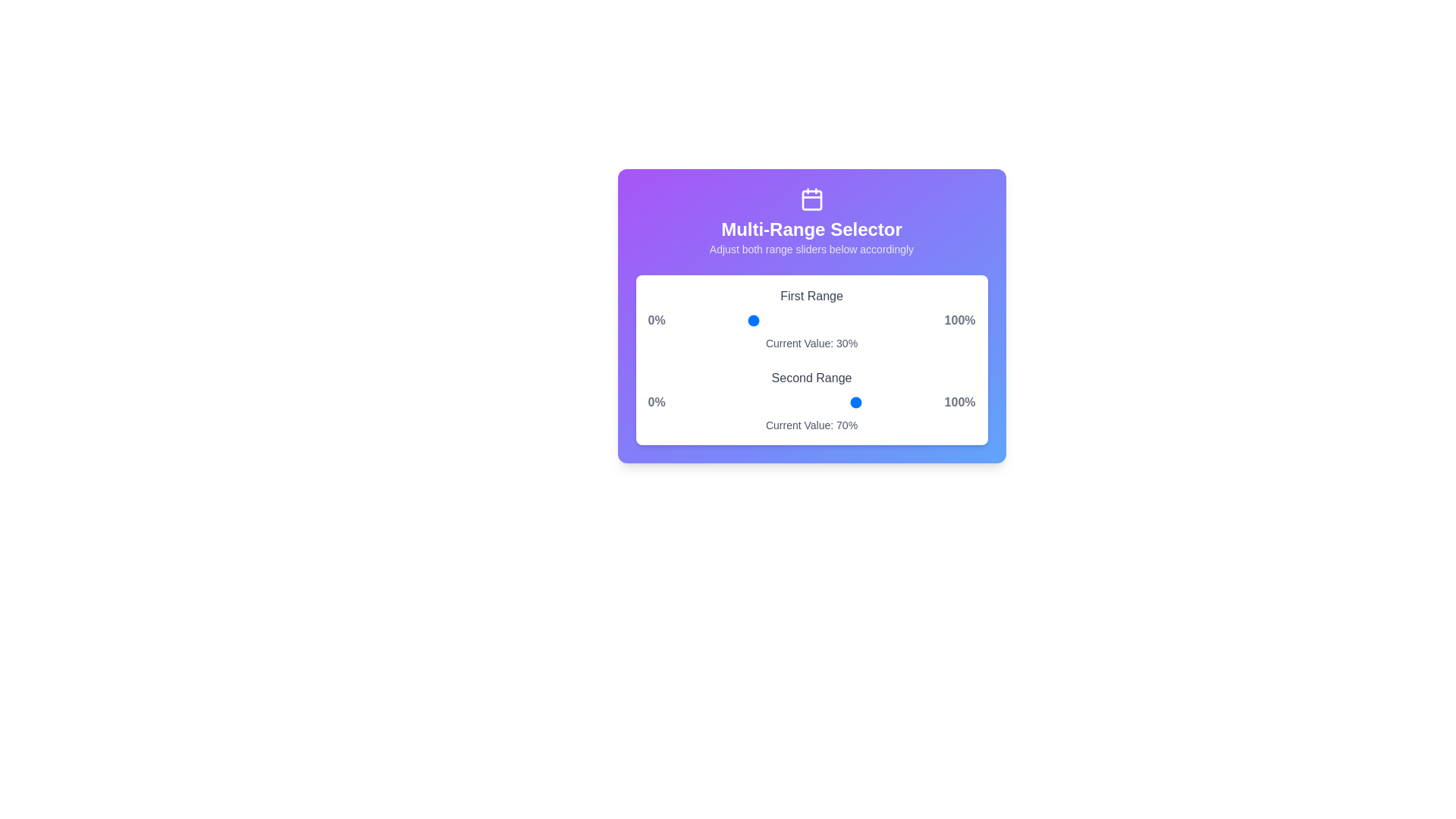  Describe the element at coordinates (918, 402) in the screenshot. I see `the second range slider` at that location.